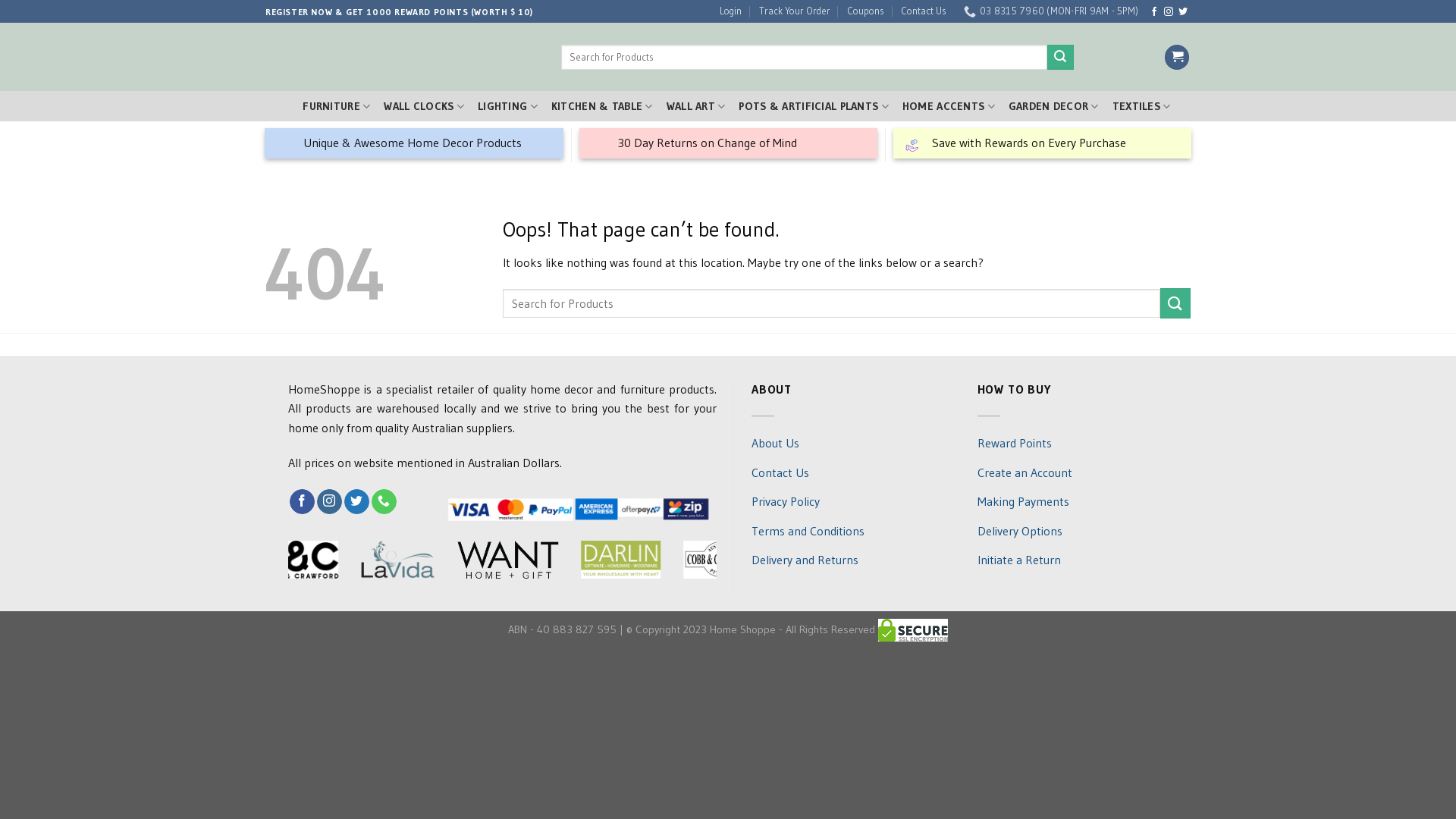  Describe the element at coordinates (502, 105) in the screenshot. I see `'LIGHTING'` at that location.